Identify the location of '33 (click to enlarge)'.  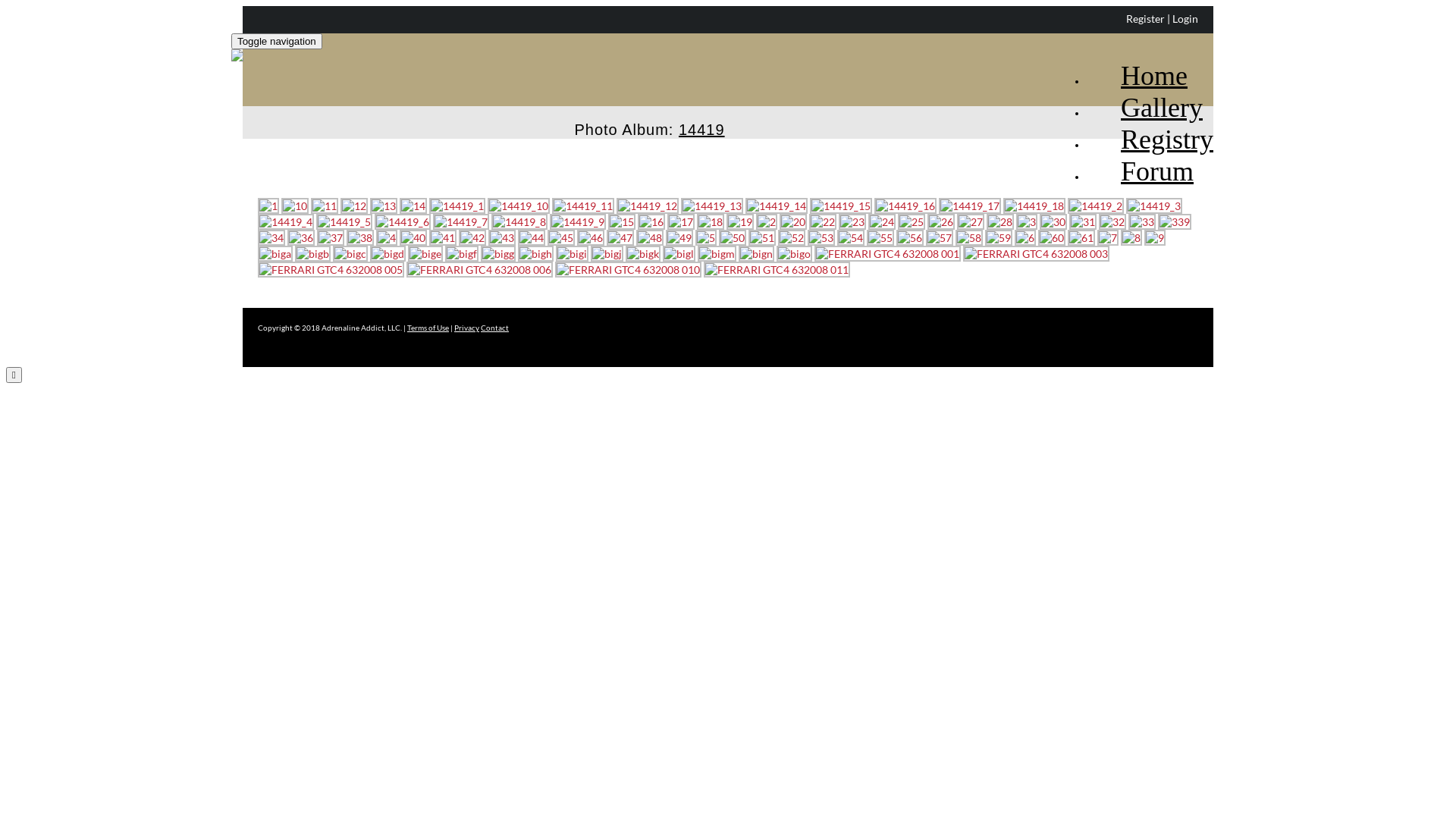
(1142, 221).